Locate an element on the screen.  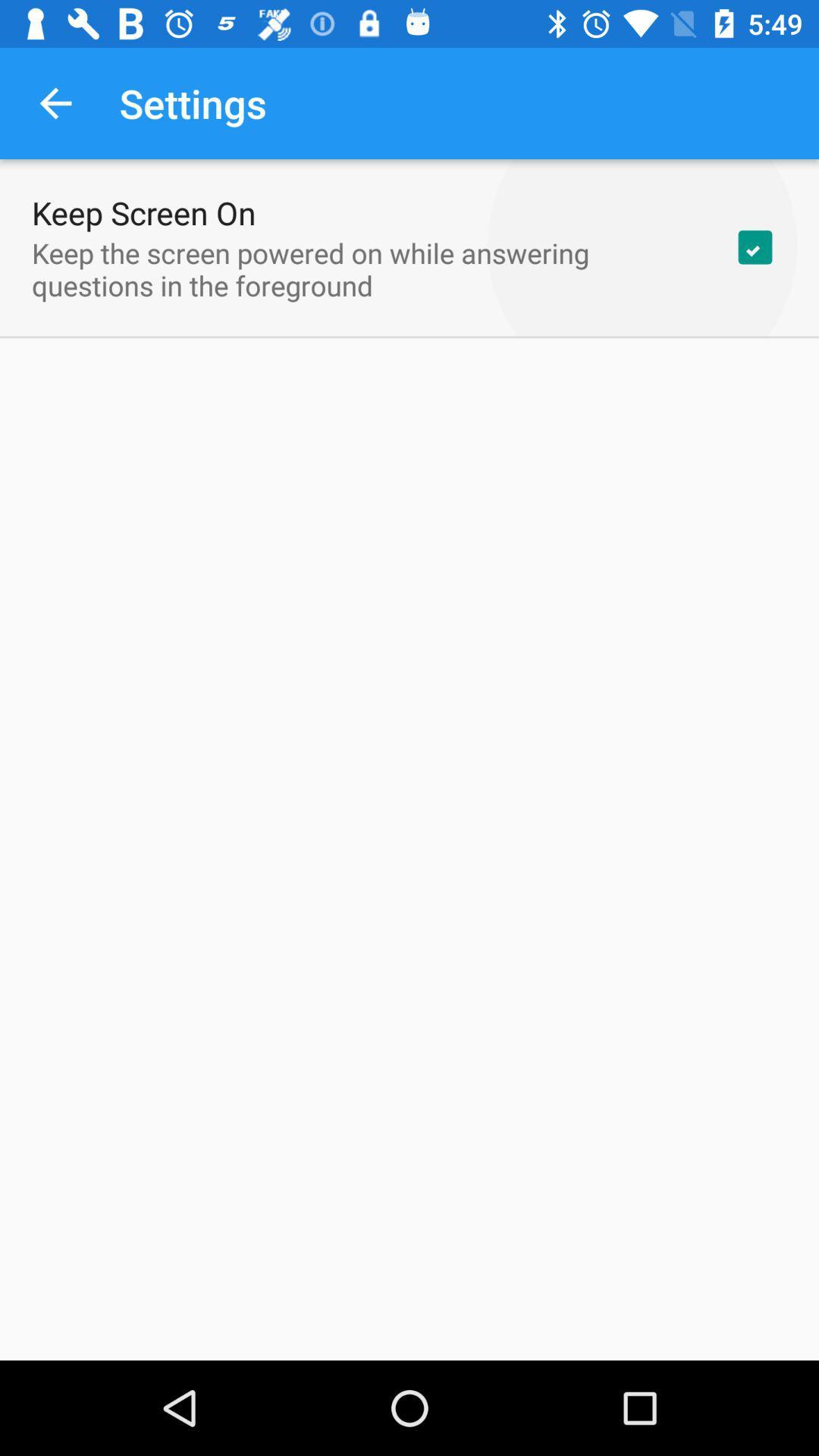
item next to the settings app is located at coordinates (55, 102).